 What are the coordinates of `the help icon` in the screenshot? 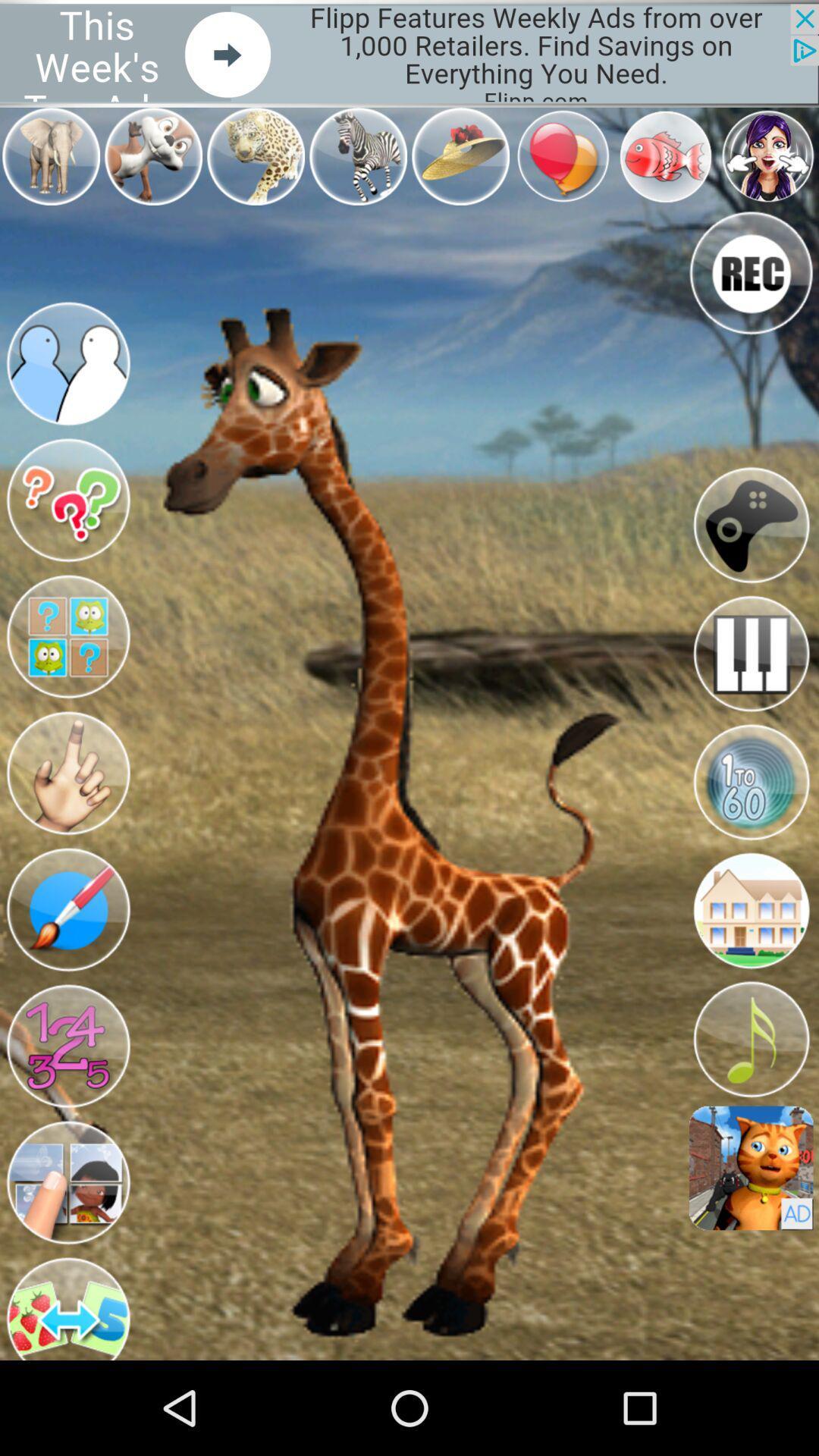 It's located at (67, 535).